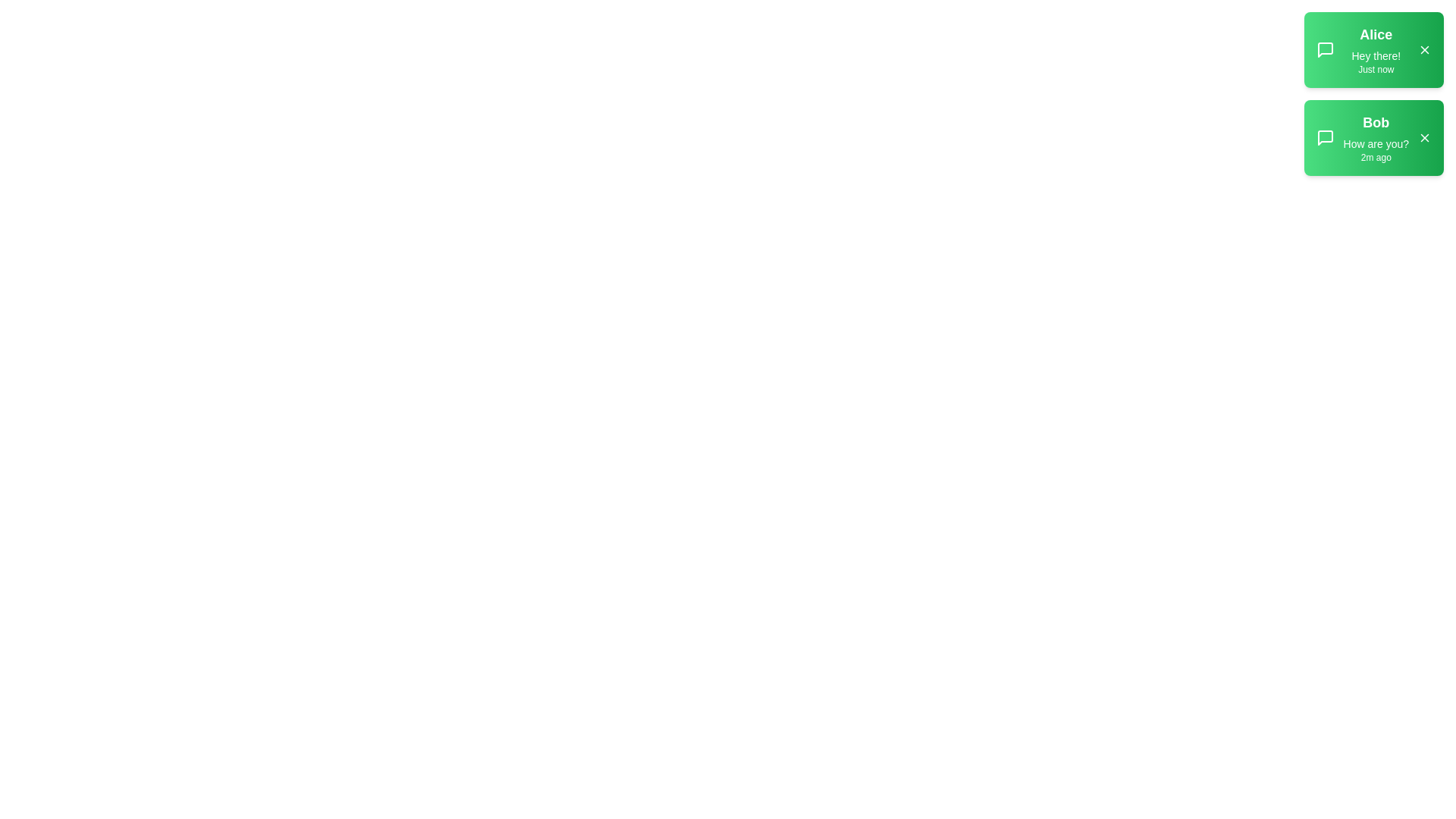  I want to click on the details of the notification from Bob, so click(1373, 137).